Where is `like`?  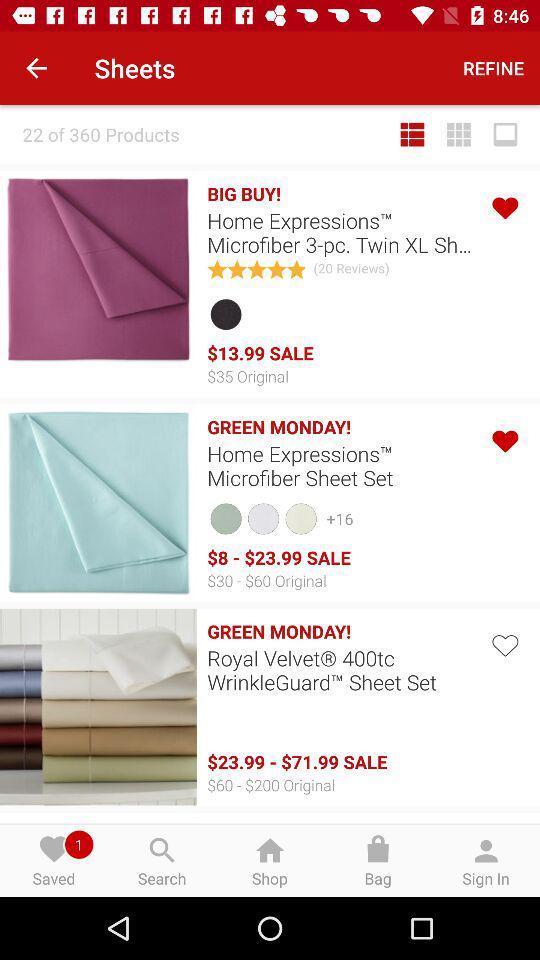 like is located at coordinates (503, 439).